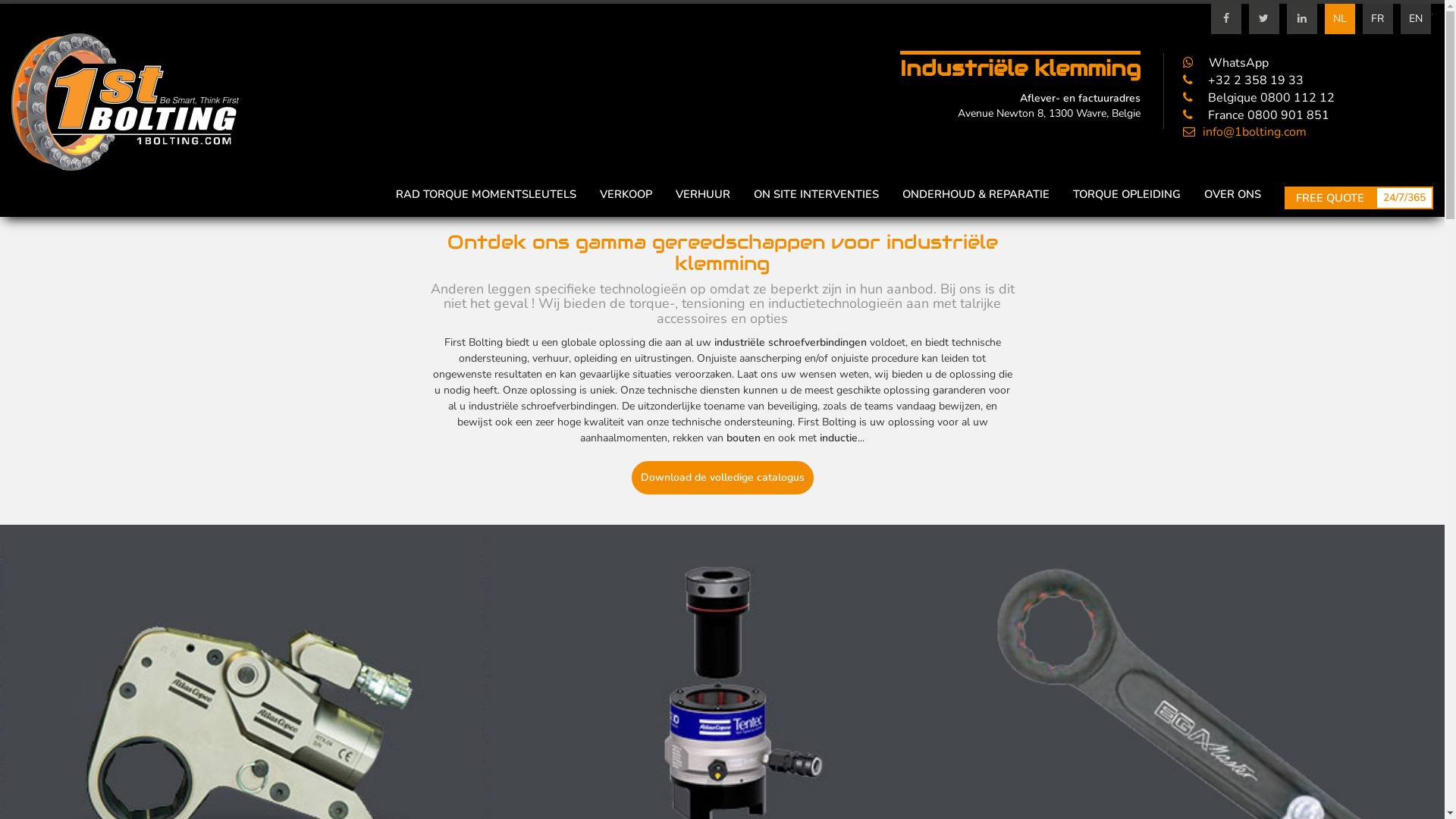 Image resolution: width=1456 pixels, height=819 pixels. Describe the element at coordinates (975, 193) in the screenshot. I see `'ONDERHOUD & REPARATIE'` at that location.